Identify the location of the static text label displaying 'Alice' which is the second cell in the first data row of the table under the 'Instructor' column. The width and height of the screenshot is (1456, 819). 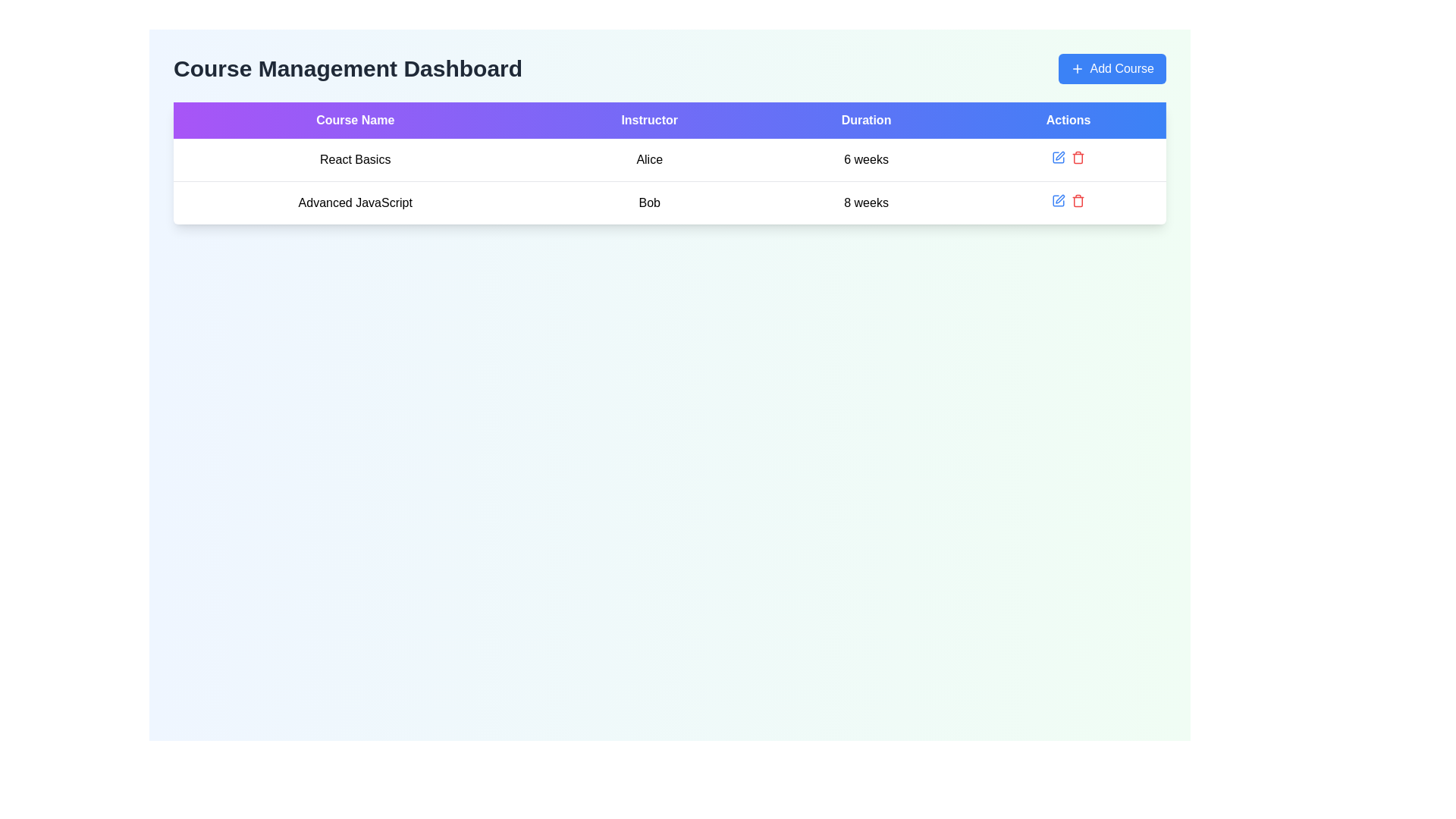
(649, 160).